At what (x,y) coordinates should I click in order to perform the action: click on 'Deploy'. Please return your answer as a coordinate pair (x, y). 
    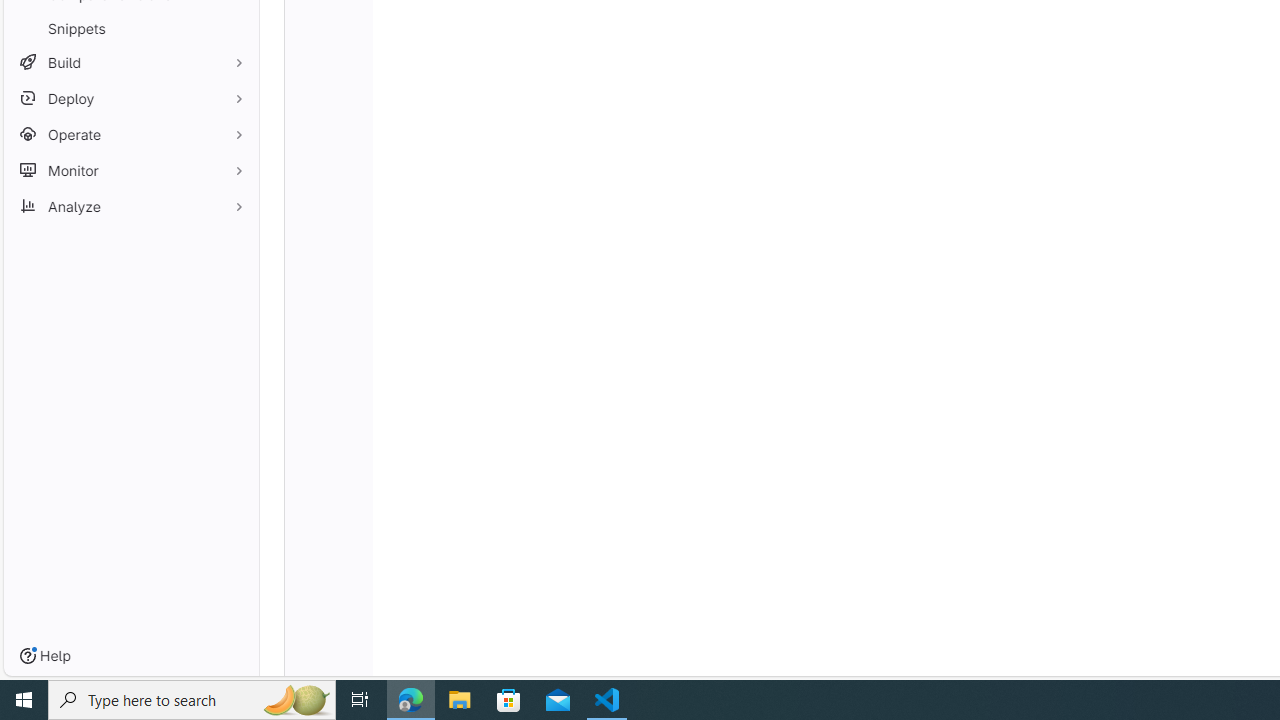
    Looking at the image, I should click on (130, 98).